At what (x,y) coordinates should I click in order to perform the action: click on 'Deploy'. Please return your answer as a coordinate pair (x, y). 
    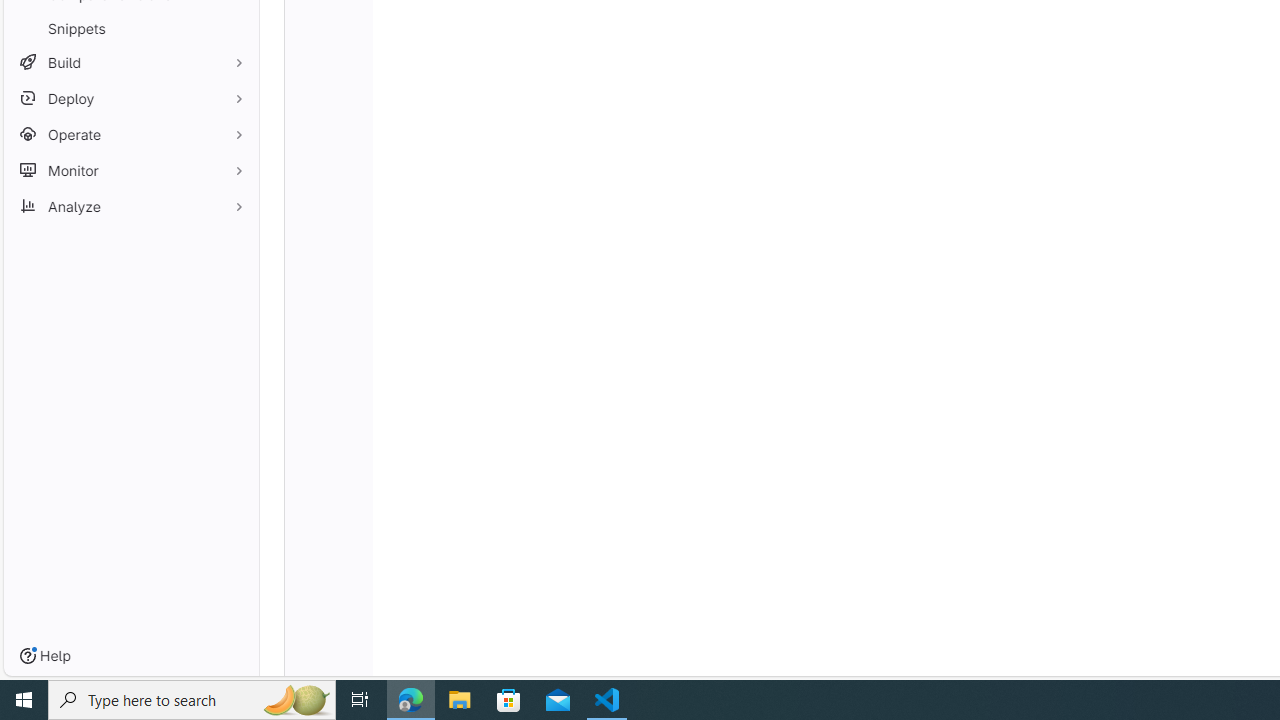
    Looking at the image, I should click on (130, 98).